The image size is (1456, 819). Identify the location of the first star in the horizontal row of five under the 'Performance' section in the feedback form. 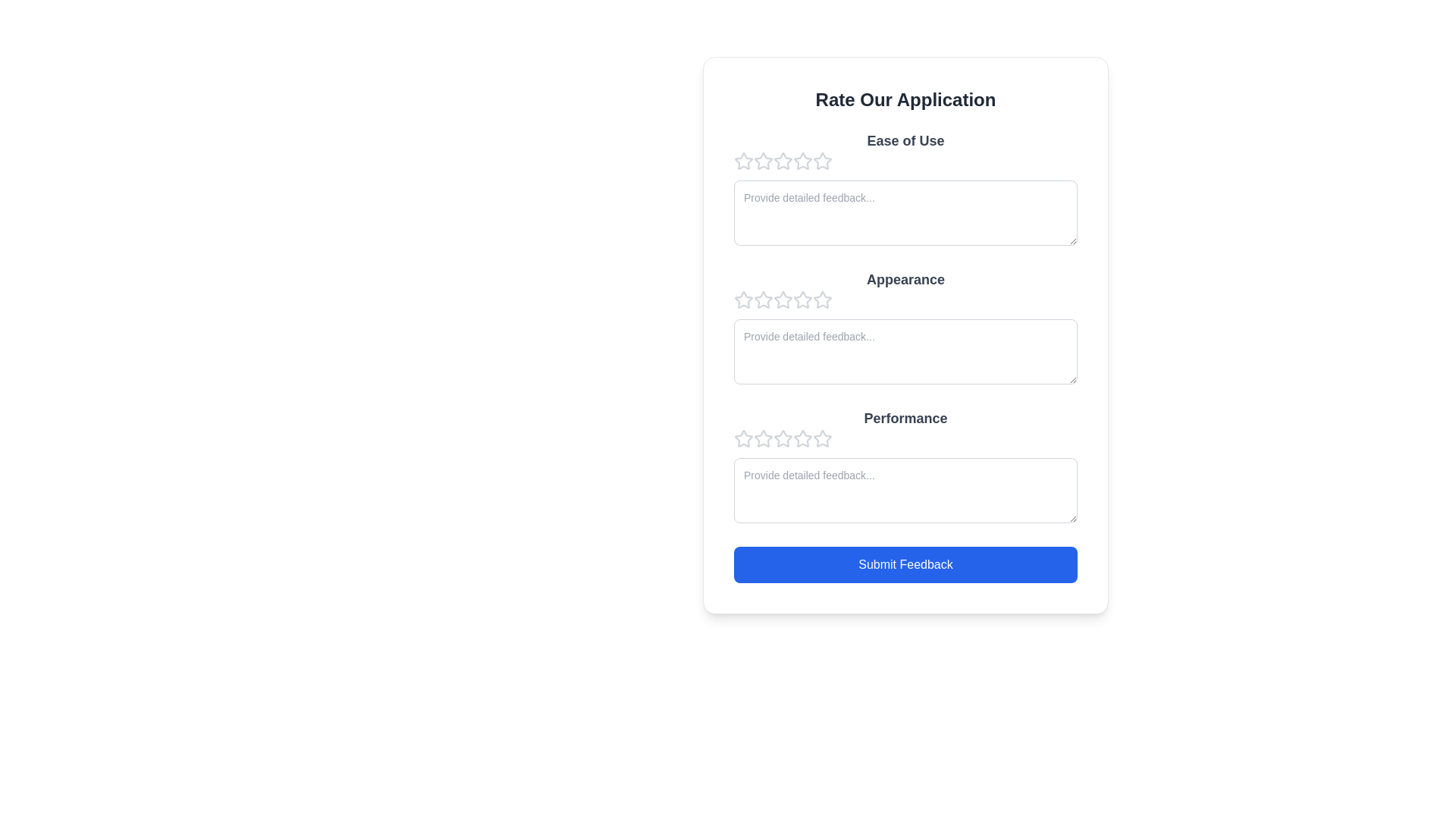
(743, 438).